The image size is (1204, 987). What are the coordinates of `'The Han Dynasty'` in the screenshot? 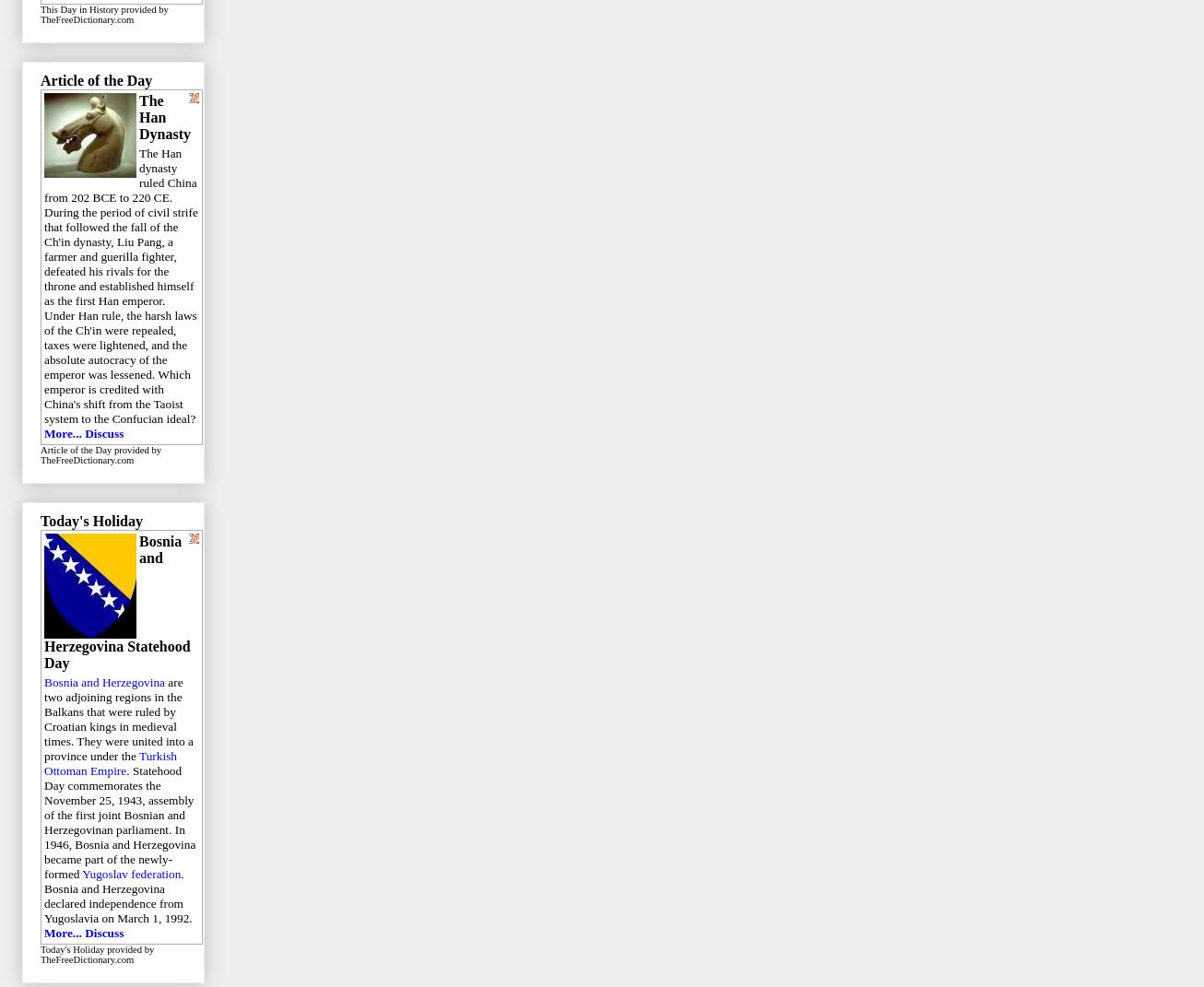 It's located at (138, 117).